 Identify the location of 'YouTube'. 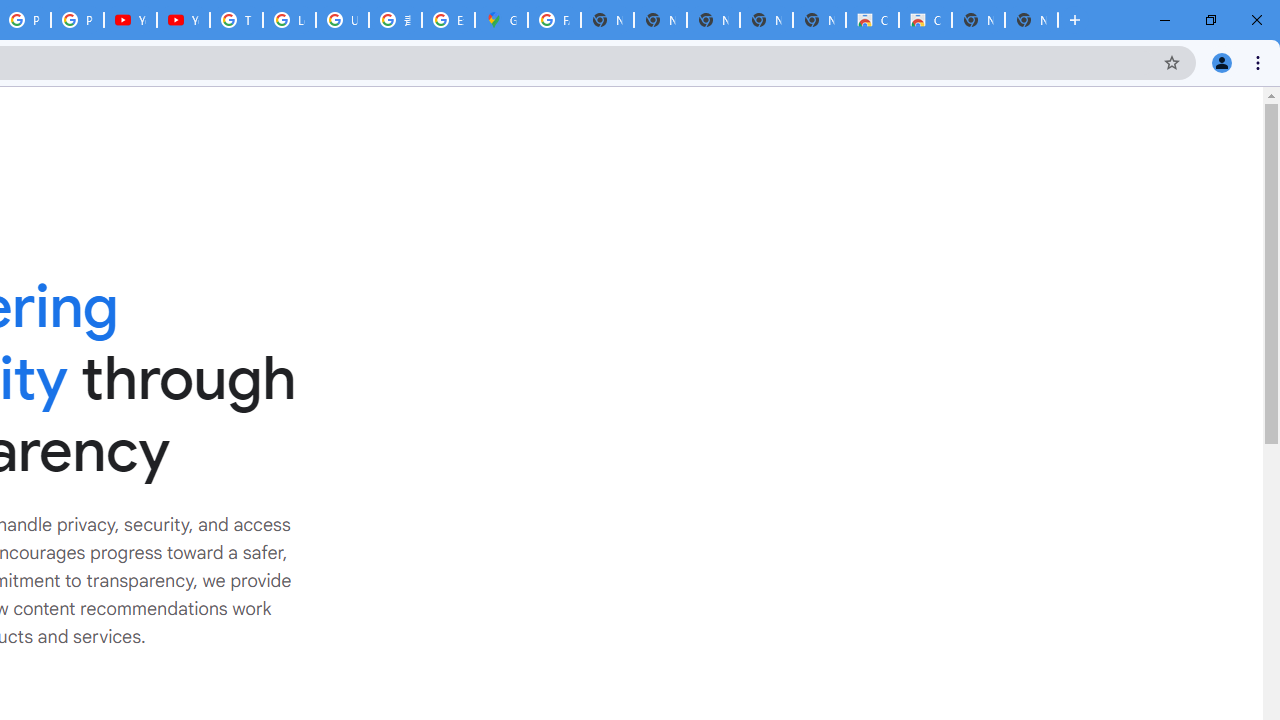
(183, 20).